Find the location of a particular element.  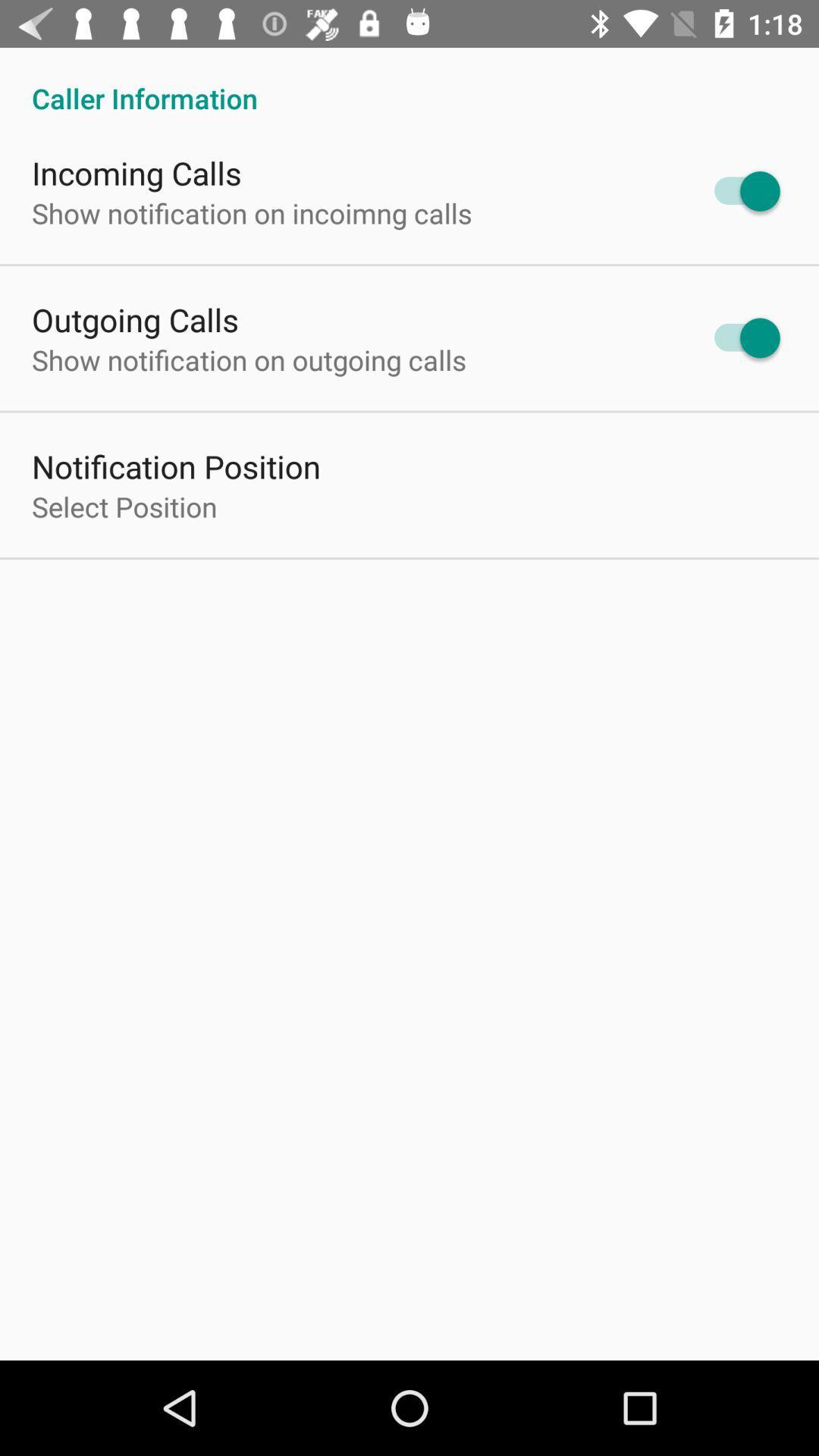

the icon above incoming calls icon is located at coordinates (409, 81).